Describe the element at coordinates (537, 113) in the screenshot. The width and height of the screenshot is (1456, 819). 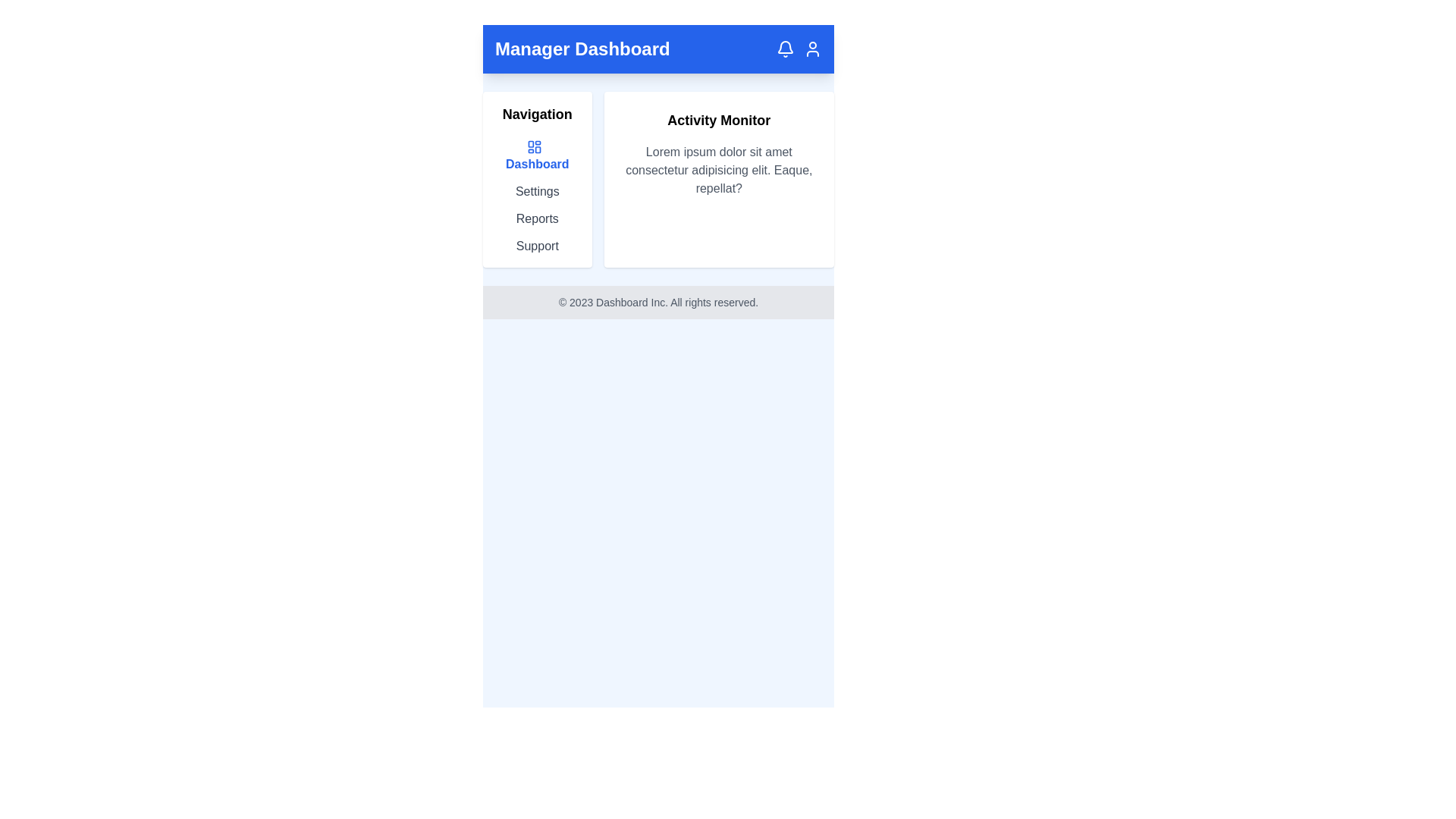
I see `the 'Navigation' text label, which is a bold heading above the navigation menu containing links like 'Dashboard', 'Settings', 'Reports', and 'Support'` at that location.